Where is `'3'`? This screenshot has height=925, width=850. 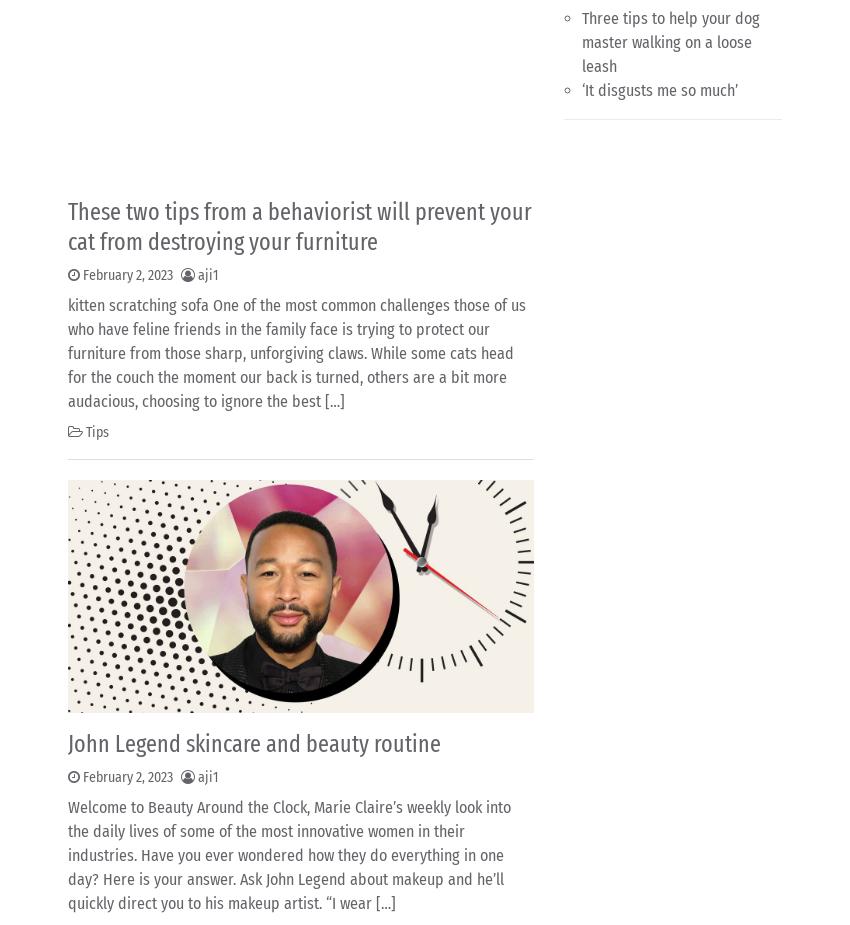 '3' is located at coordinates (126, 760).